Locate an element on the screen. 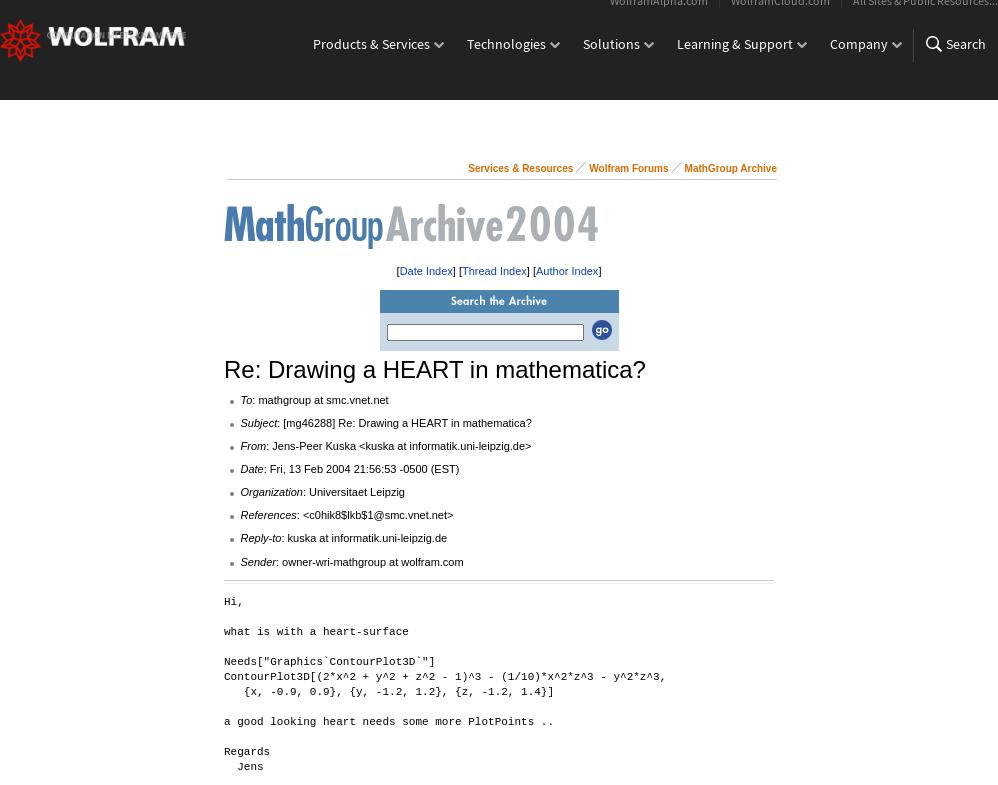  'Date' is located at coordinates (250, 469).